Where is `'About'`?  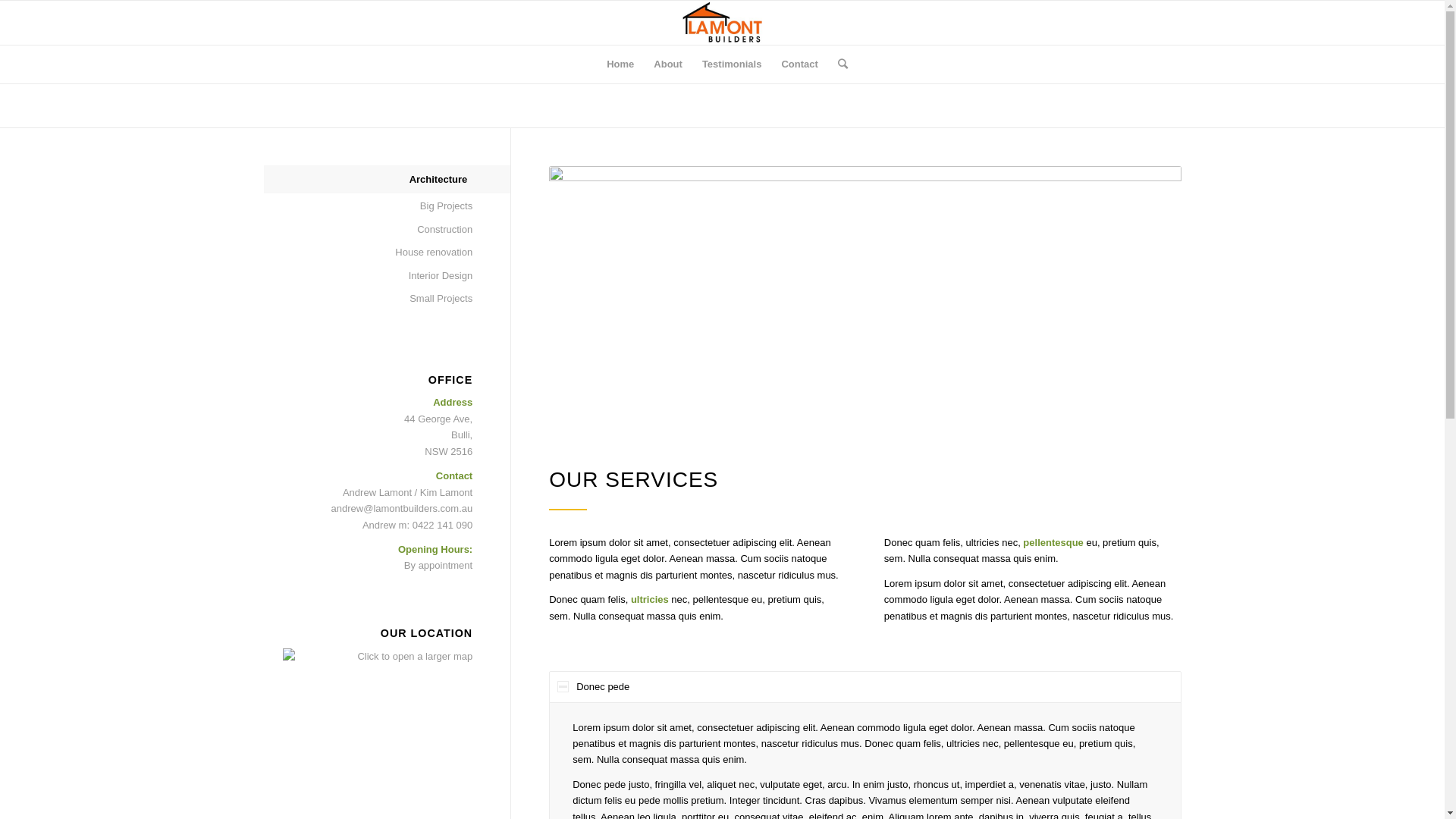
'About' is located at coordinates (667, 63).